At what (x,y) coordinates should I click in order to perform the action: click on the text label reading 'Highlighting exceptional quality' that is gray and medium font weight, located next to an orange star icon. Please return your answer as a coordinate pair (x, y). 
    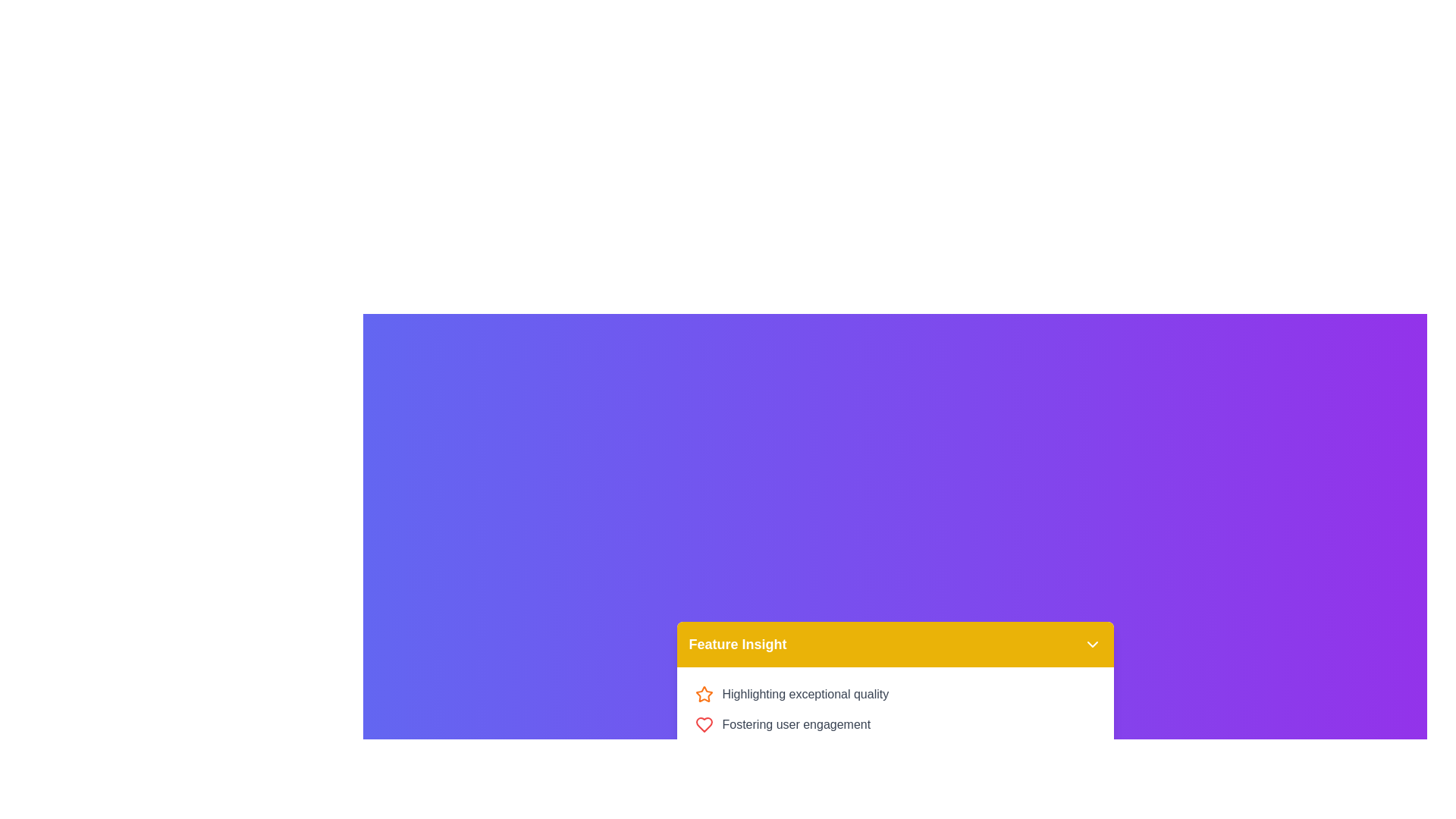
    Looking at the image, I should click on (805, 694).